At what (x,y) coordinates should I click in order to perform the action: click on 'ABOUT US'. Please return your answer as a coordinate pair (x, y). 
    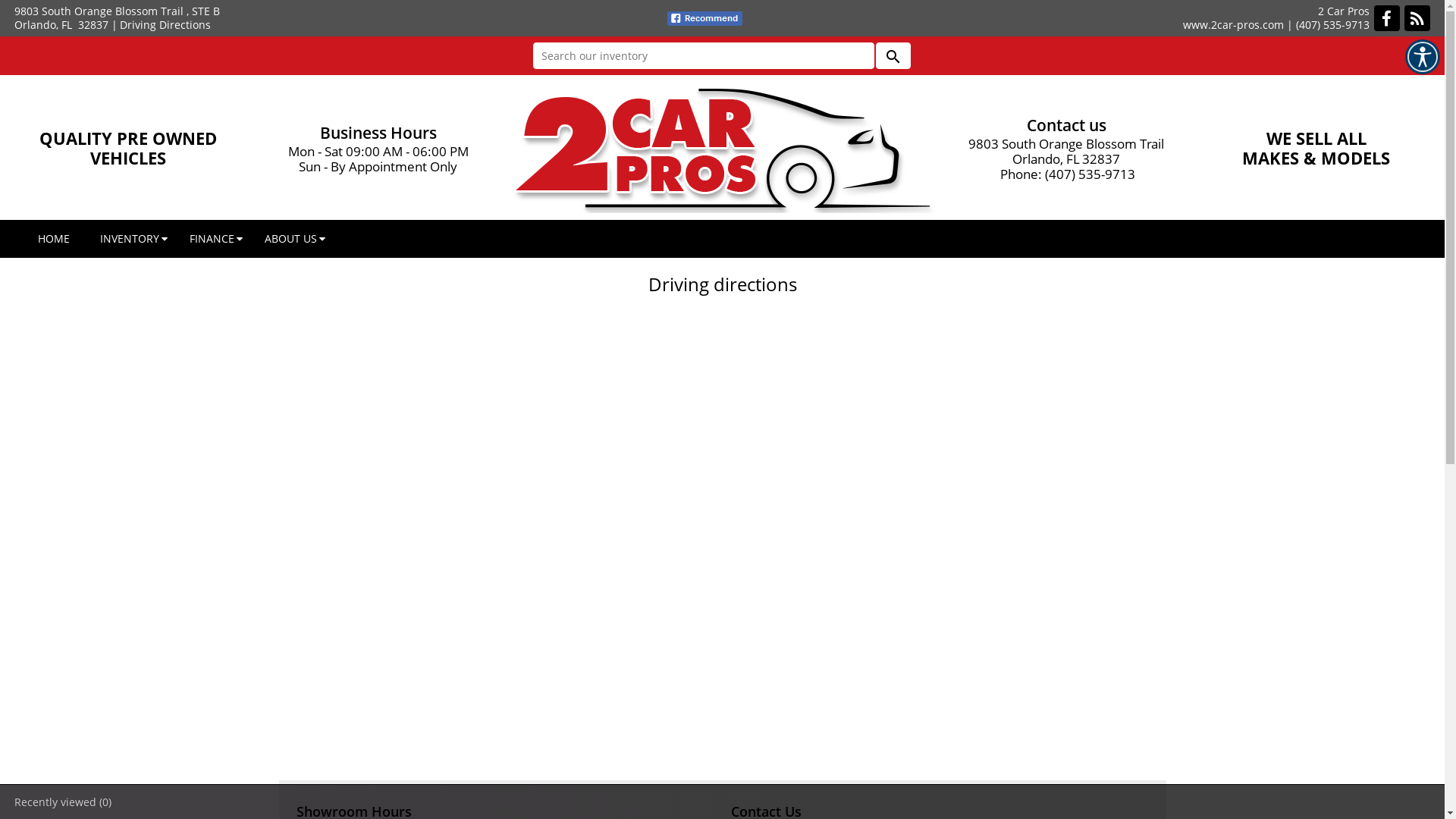
    Looking at the image, I should click on (290, 239).